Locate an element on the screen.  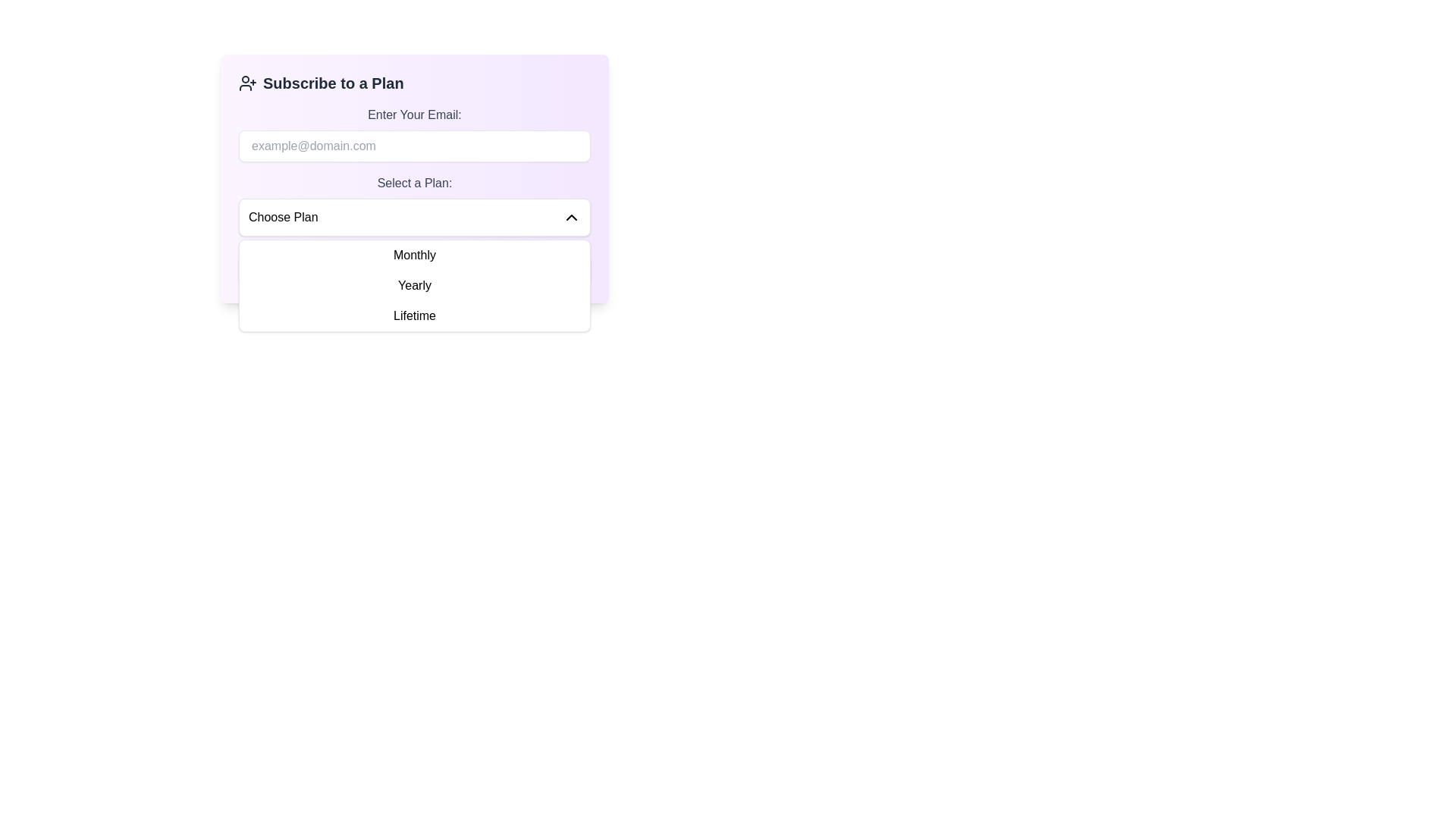
the dropdown menu labeled 'Monthly', 'Yearly', and 'Lifetime' located below the 'Choose Plan' button in the 'Subscribe to a Plan' section is located at coordinates (415, 286).